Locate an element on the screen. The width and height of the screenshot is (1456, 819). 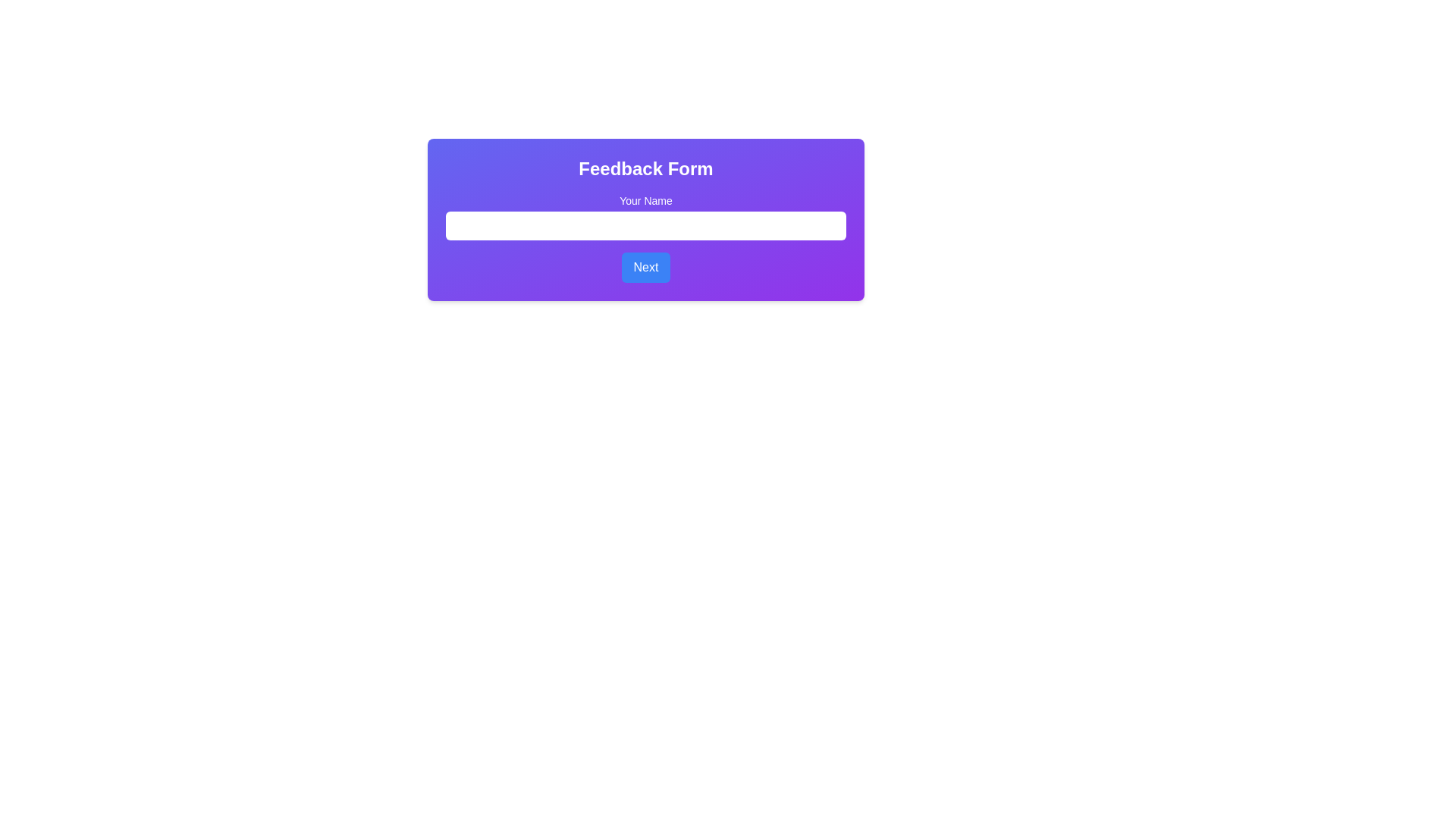
the text label that displays 'Your Name' in white text, located within a purple gradient rectangle, centered horizontally and positioned above an input field and a button labeled 'Next' is located at coordinates (645, 216).